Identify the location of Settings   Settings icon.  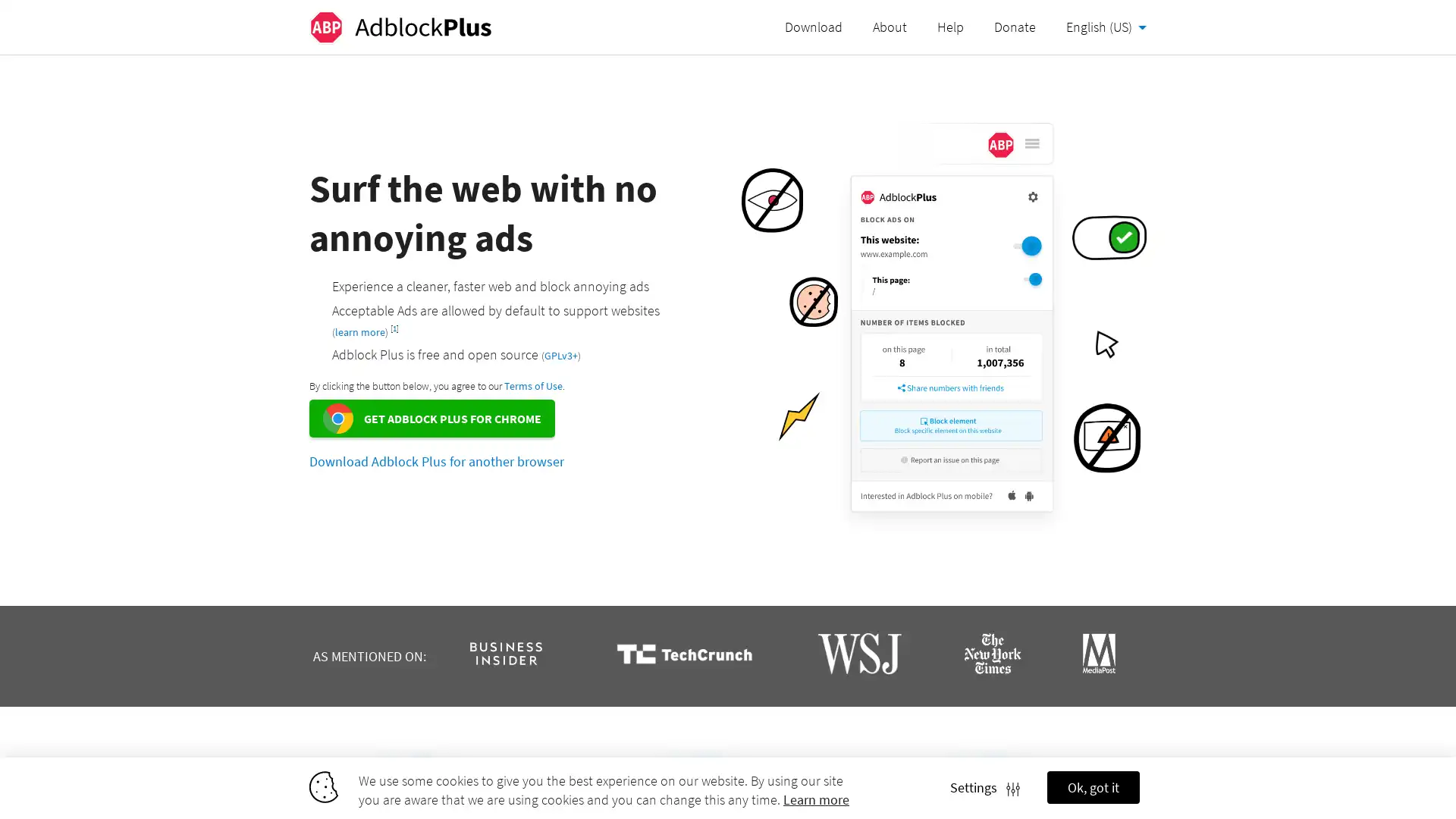
(985, 786).